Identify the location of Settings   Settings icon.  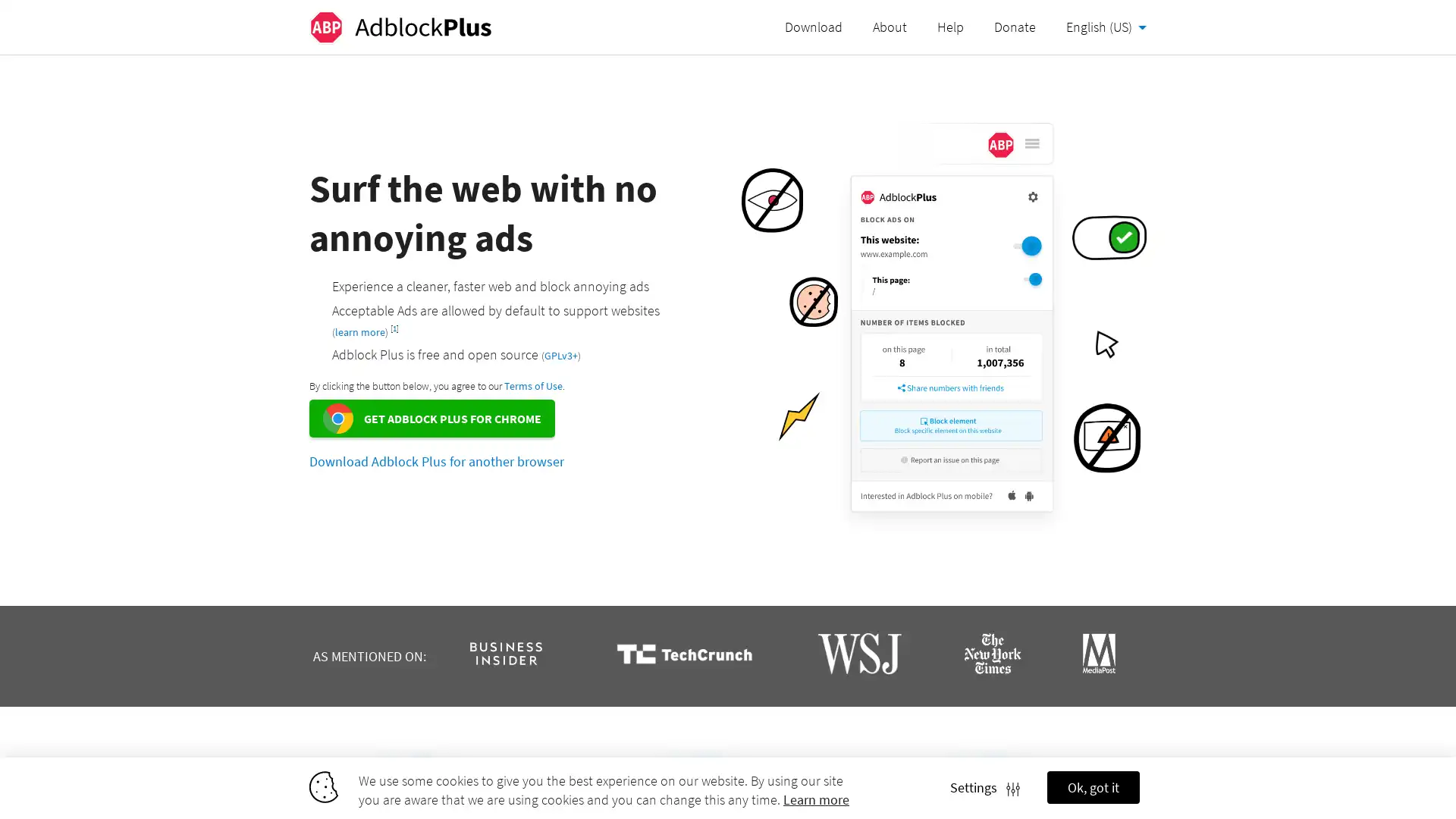
(985, 786).